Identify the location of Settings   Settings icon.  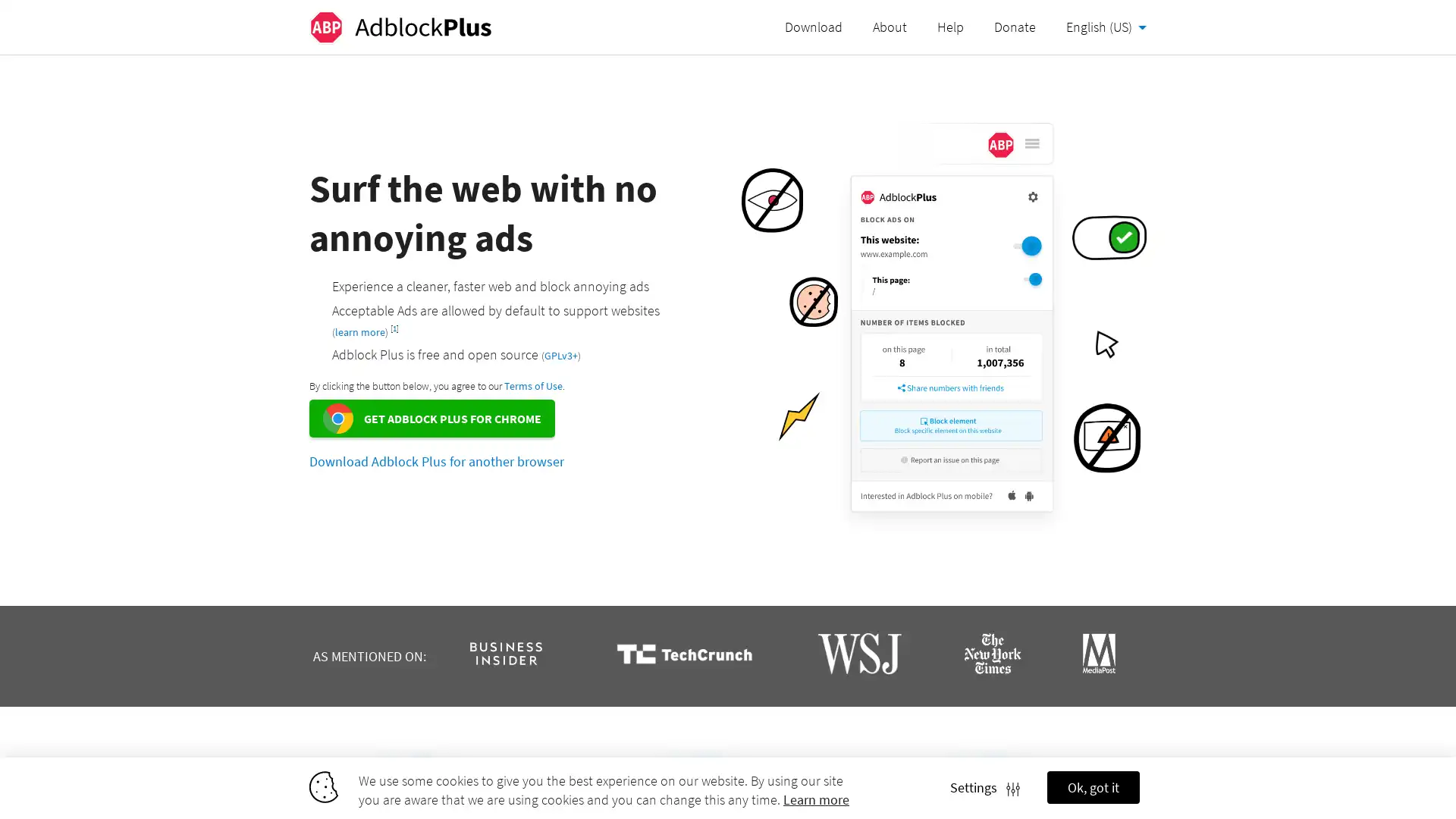
(985, 786).